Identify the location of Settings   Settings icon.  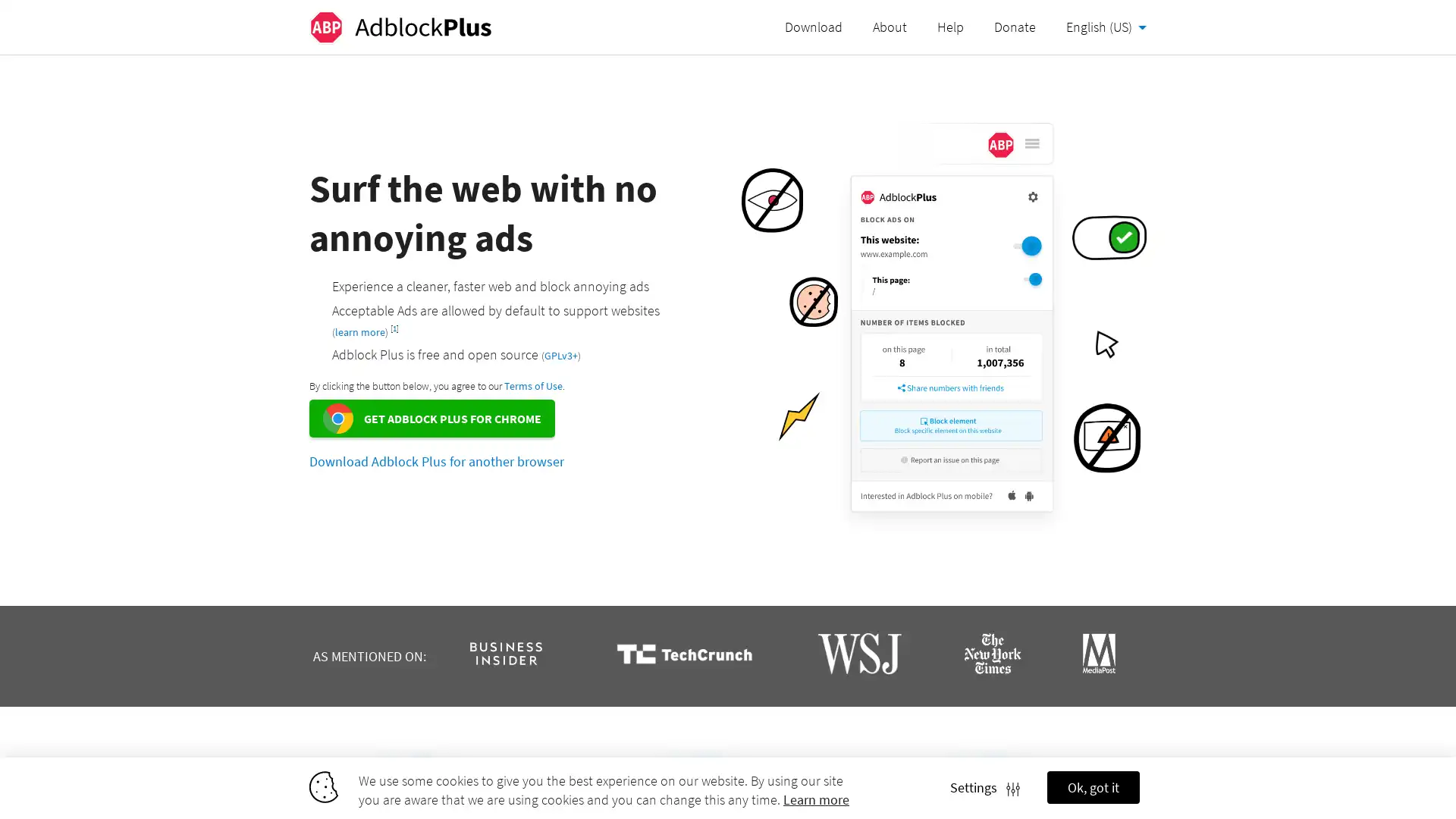
(985, 786).